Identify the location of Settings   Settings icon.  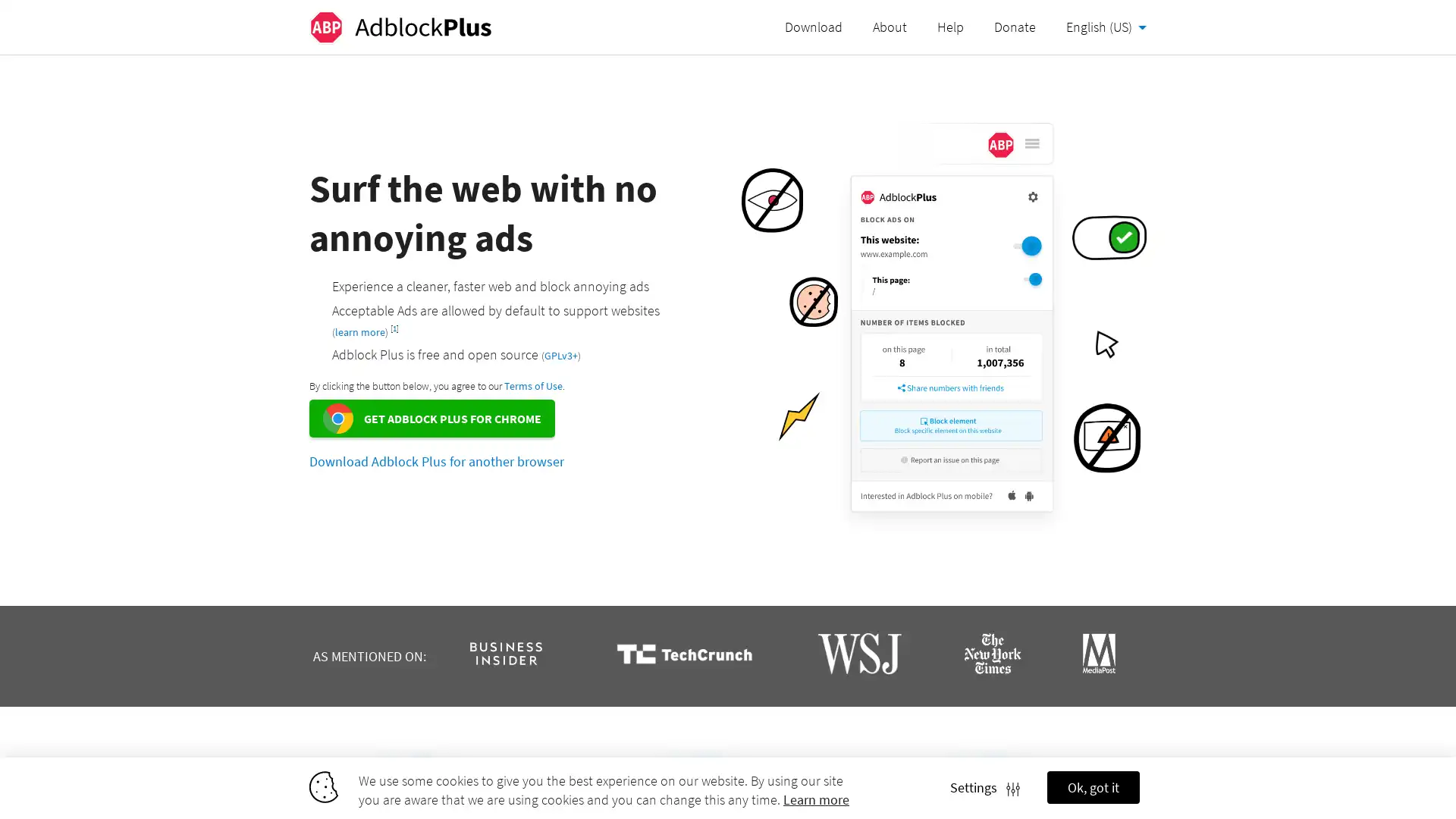
(985, 786).